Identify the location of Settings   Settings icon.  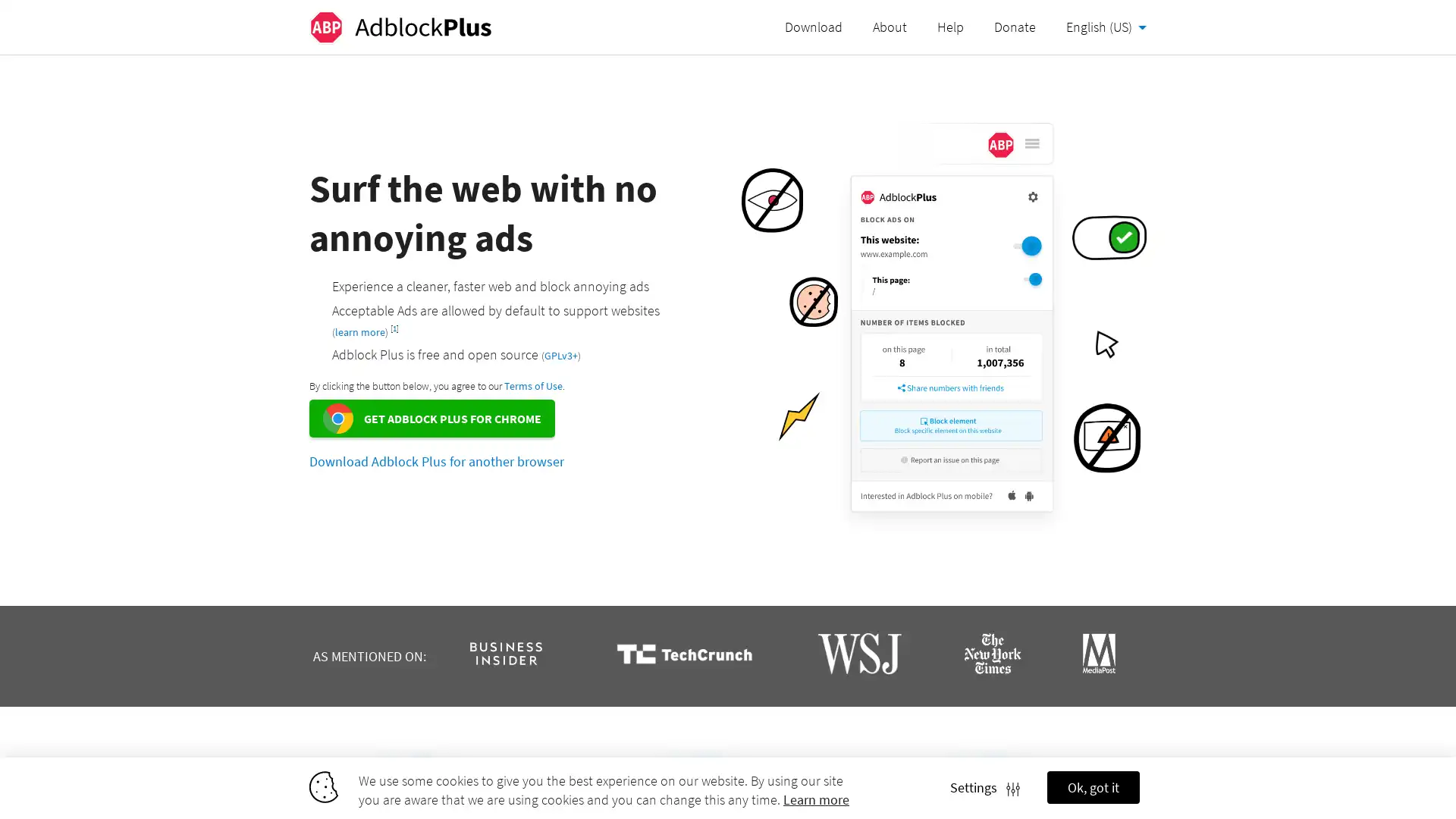
(985, 786).